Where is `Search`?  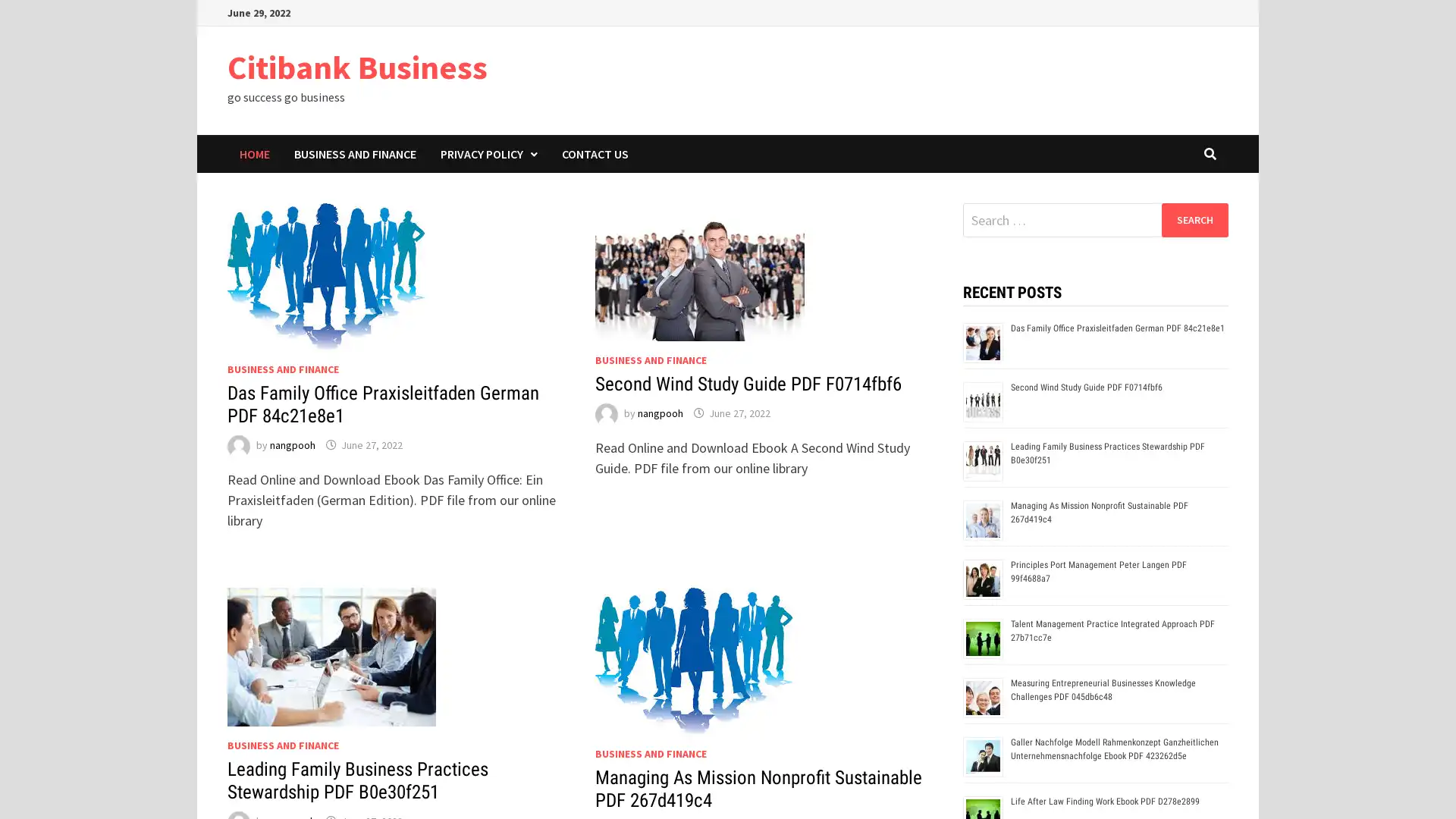 Search is located at coordinates (1194, 219).